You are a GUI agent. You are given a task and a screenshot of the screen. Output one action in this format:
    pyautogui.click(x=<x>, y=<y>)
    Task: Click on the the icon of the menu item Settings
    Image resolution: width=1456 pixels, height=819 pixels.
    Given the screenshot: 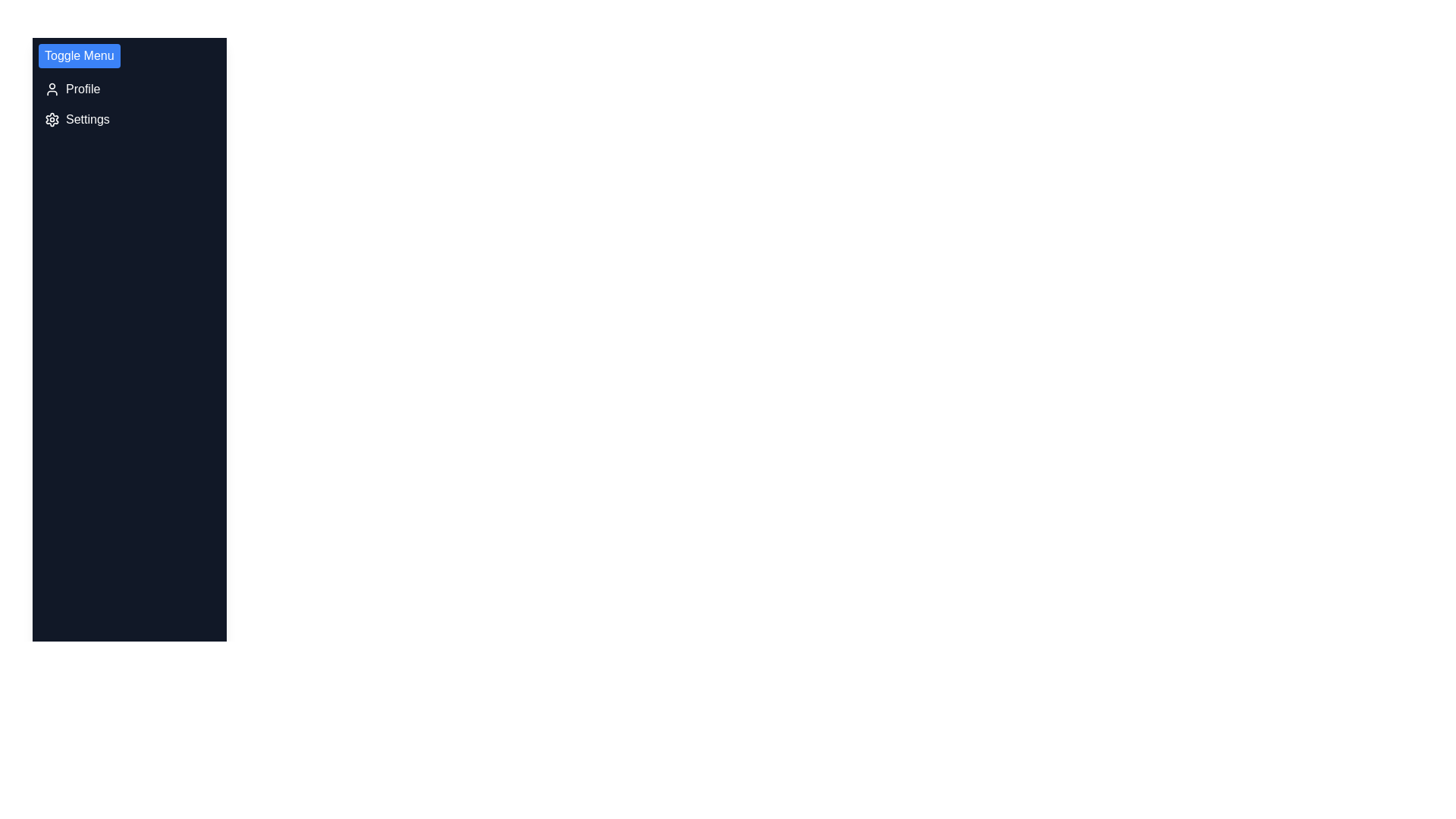 What is the action you would take?
    pyautogui.click(x=52, y=119)
    